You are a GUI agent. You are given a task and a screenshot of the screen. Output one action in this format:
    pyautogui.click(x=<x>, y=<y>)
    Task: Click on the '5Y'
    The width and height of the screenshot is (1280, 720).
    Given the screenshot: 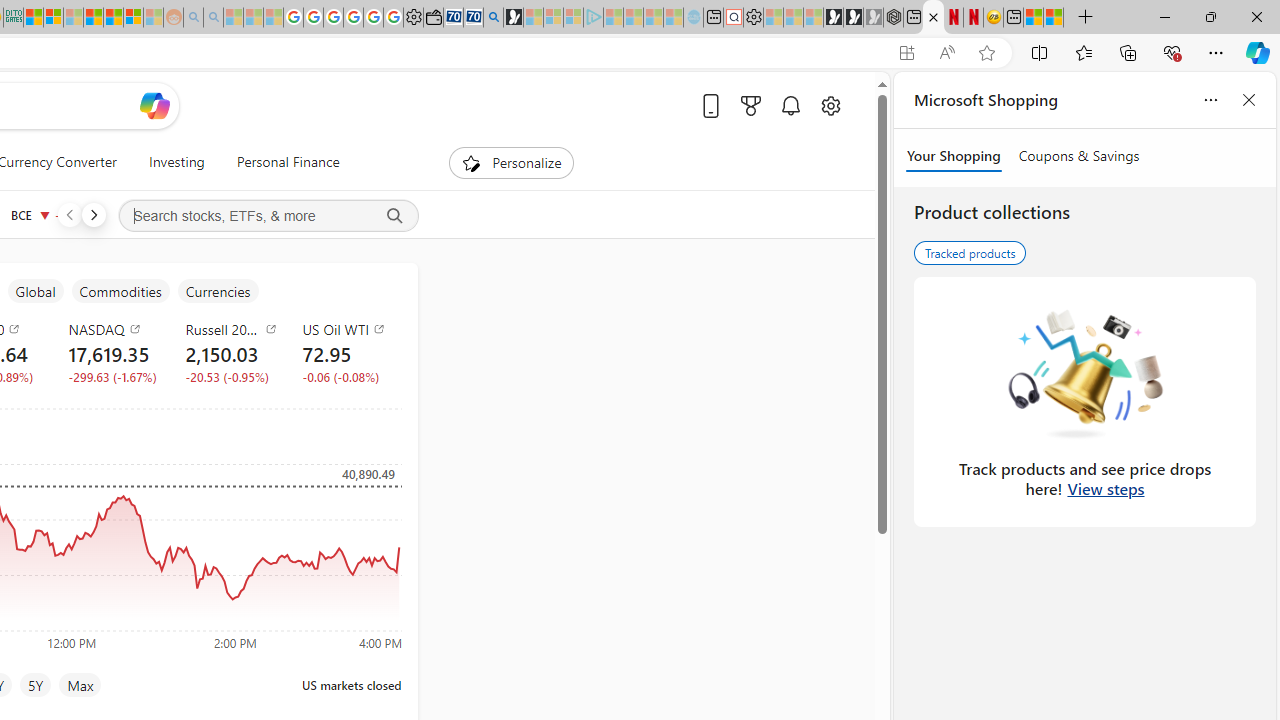 What is the action you would take?
    pyautogui.click(x=35, y=684)
    